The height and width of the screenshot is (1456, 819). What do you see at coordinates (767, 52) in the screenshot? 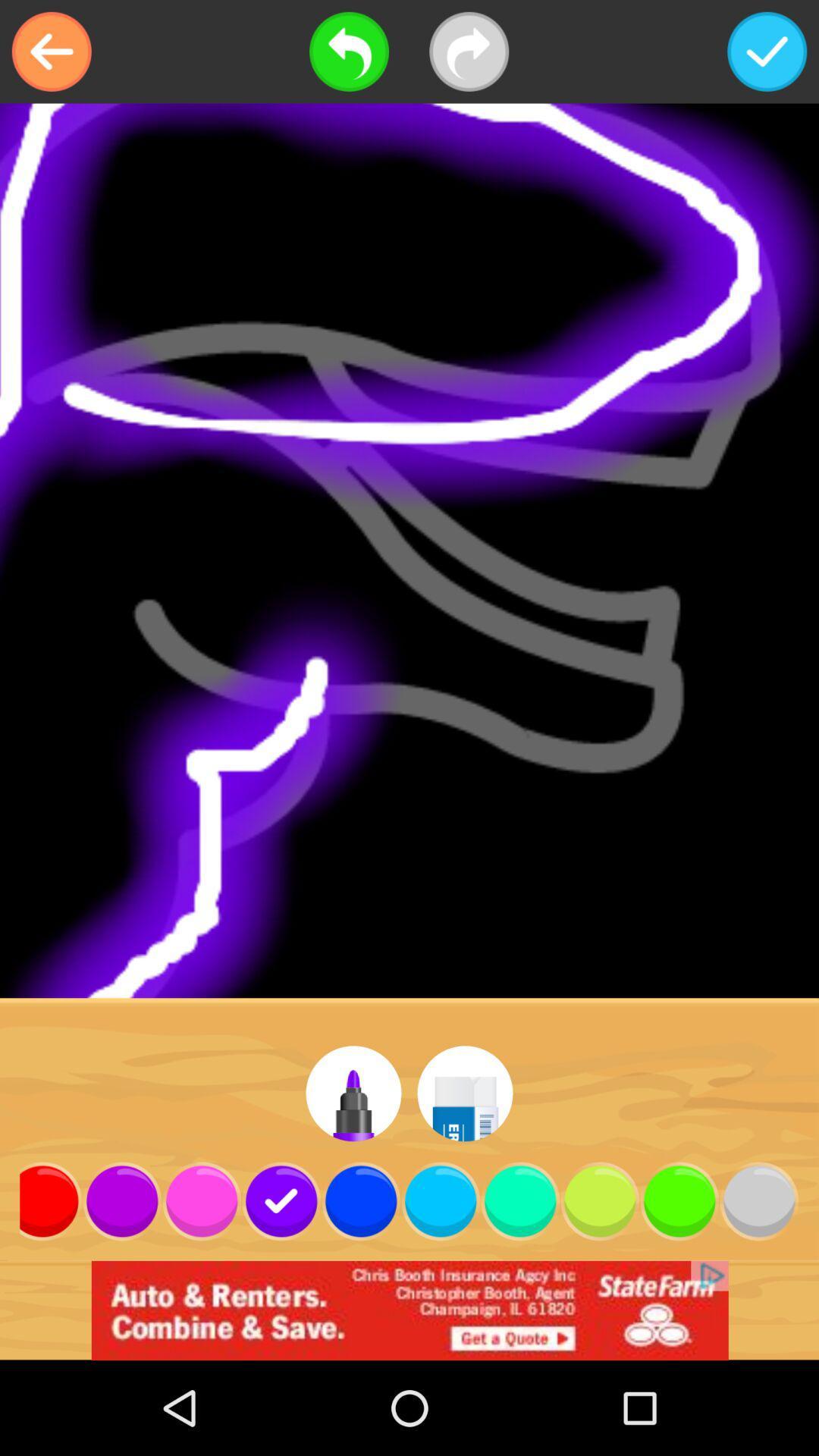
I see `finish drawing` at bounding box center [767, 52].